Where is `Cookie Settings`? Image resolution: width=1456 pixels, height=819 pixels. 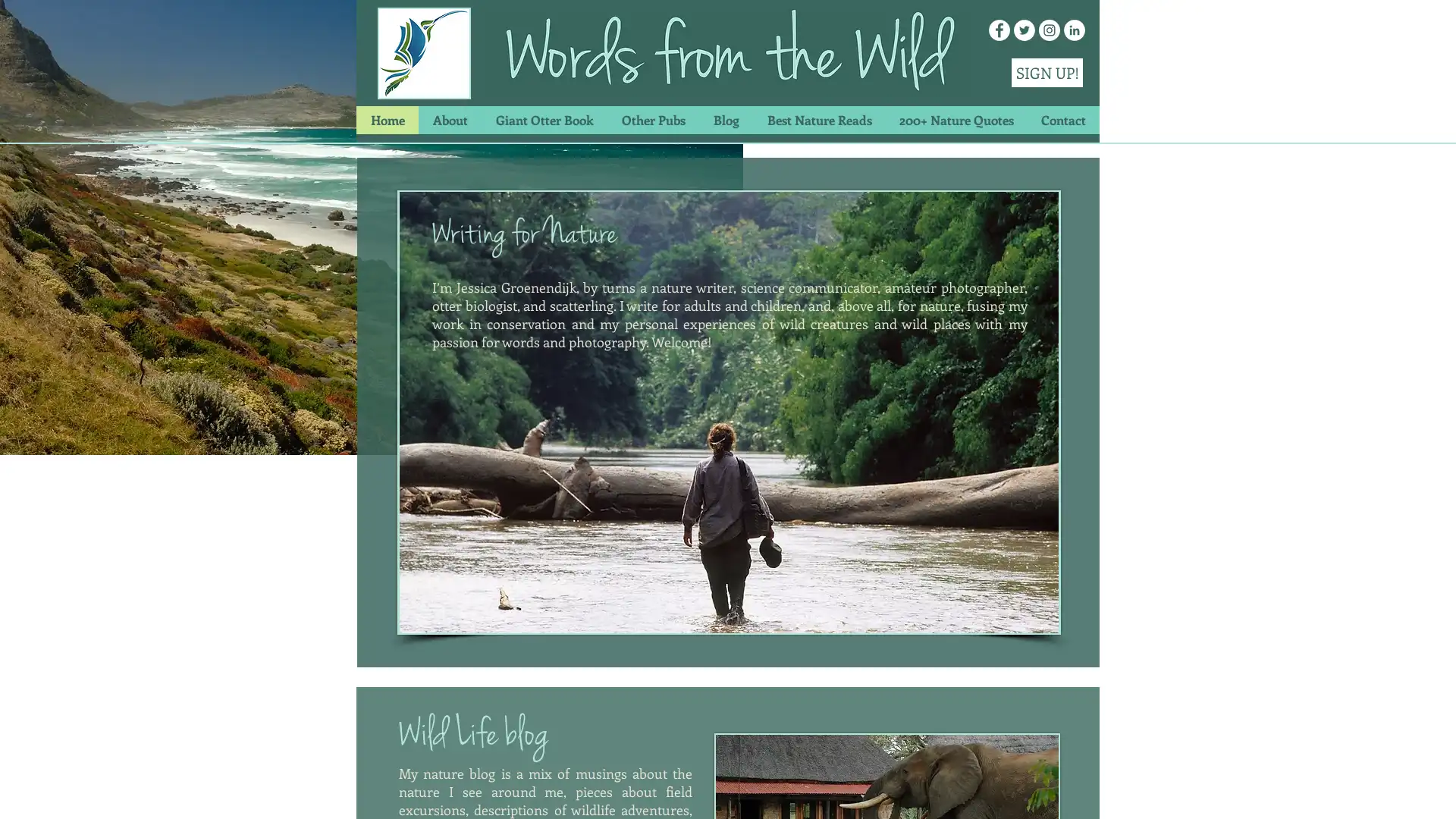
Cookie Settings is located at coordinates (1291, 792).